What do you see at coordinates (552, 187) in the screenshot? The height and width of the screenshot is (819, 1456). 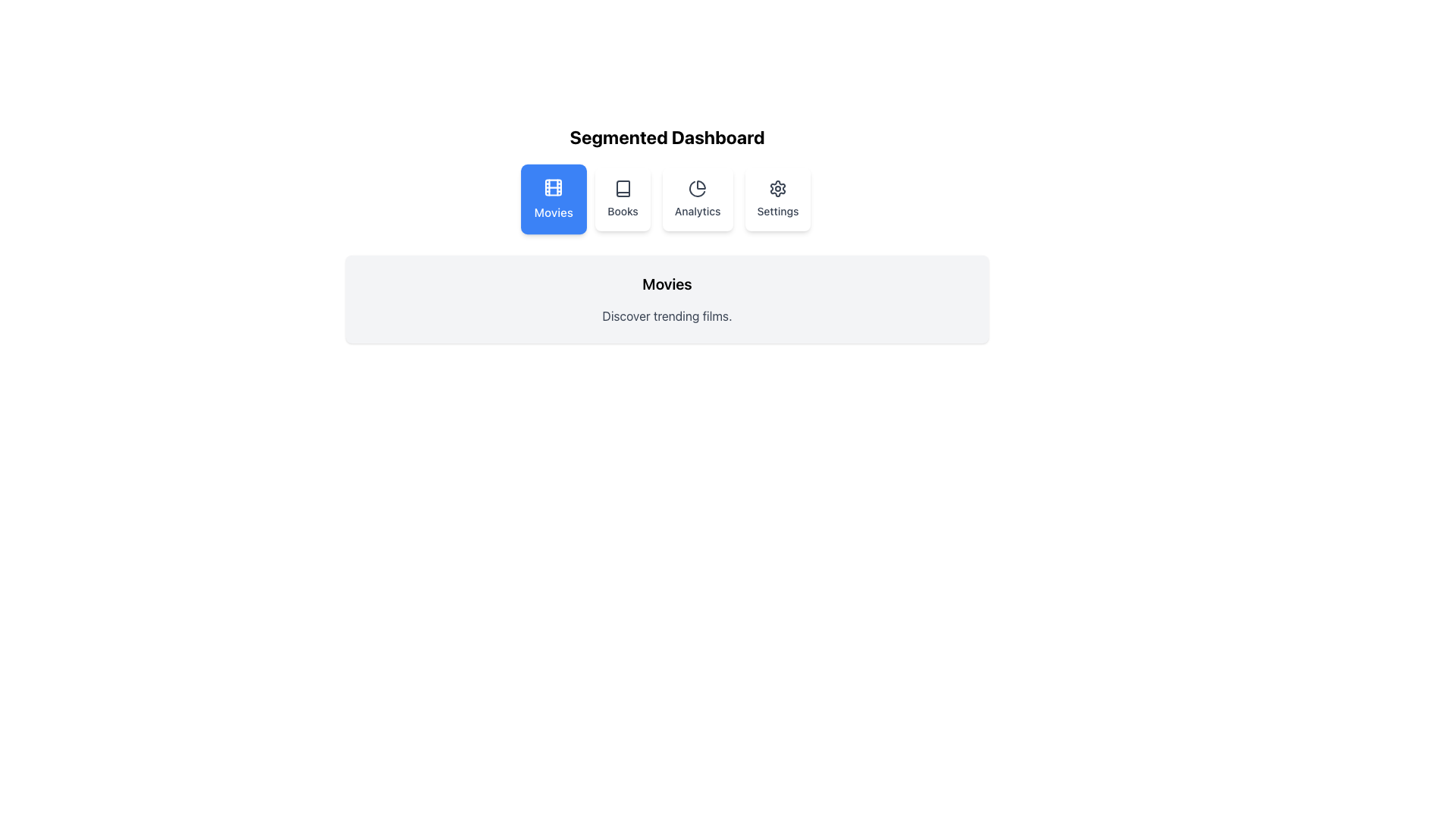 I see `the 'Movies' icon, which is the leftmost button in a group of four buttons at the top center of the interface, providing a visual cue for the 'Movies' section` at bounding box center [552, 187].